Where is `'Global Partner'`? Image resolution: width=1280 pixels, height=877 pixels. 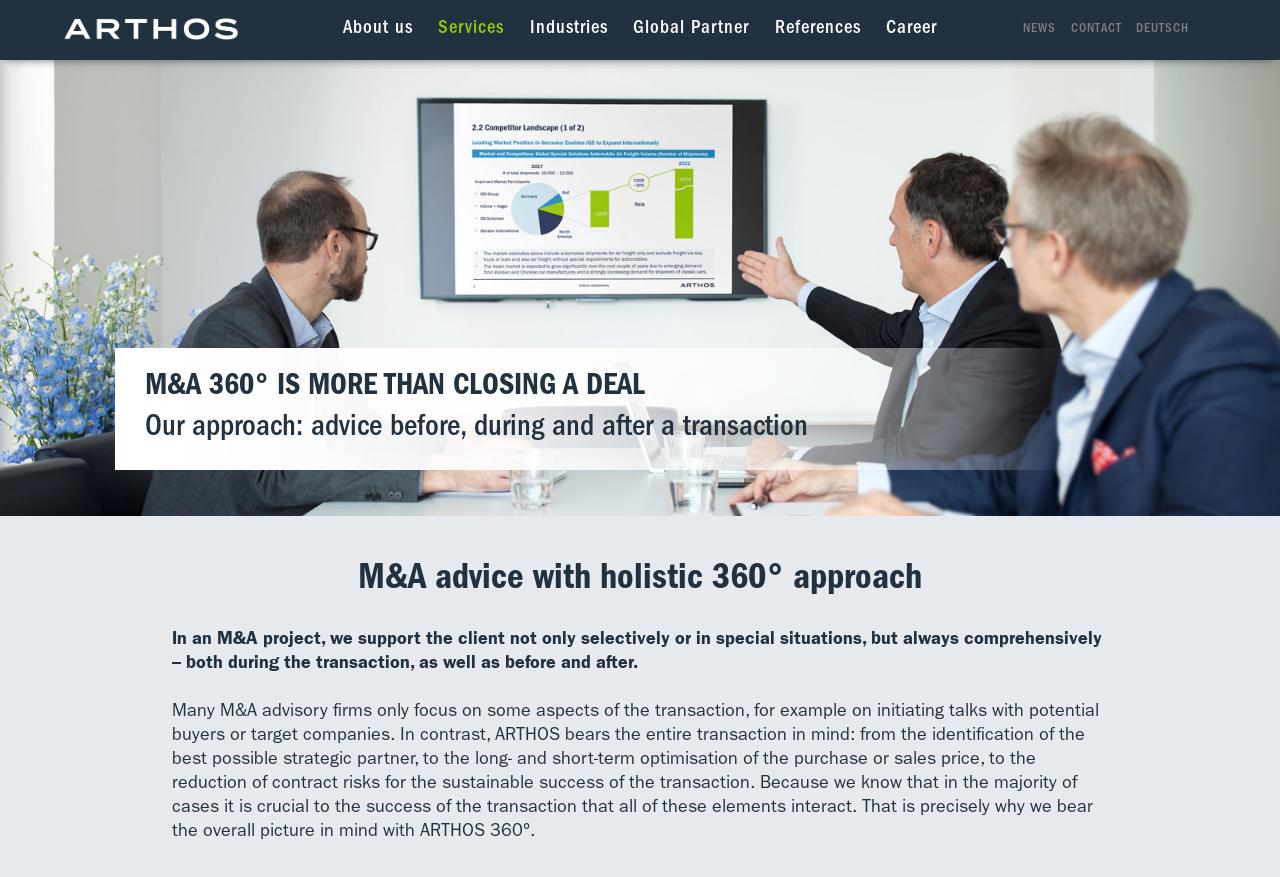 'Global Partner' is located at coordinates (690, 28).